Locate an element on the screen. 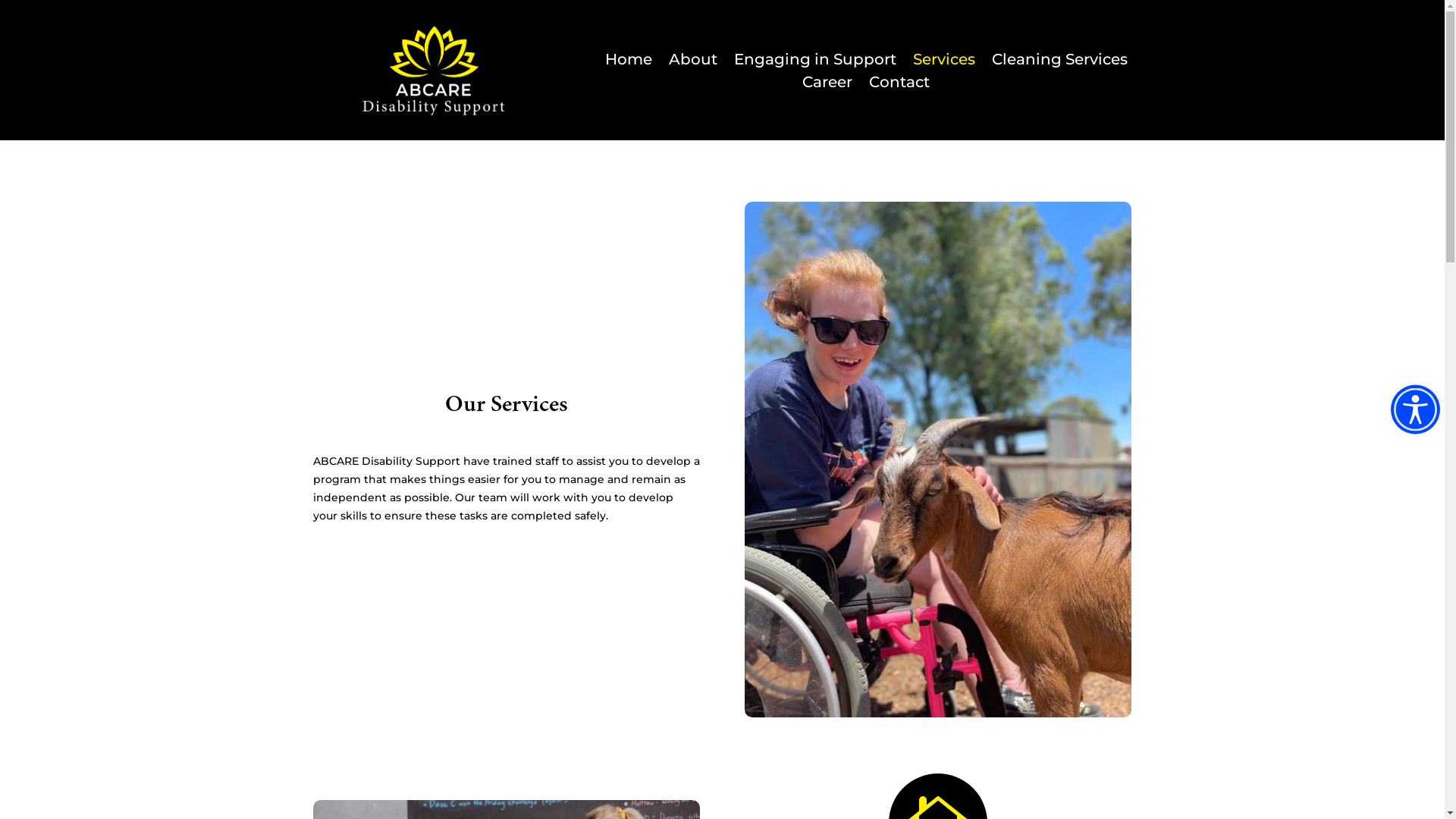  'Career' is located at coordinates (826, 84).